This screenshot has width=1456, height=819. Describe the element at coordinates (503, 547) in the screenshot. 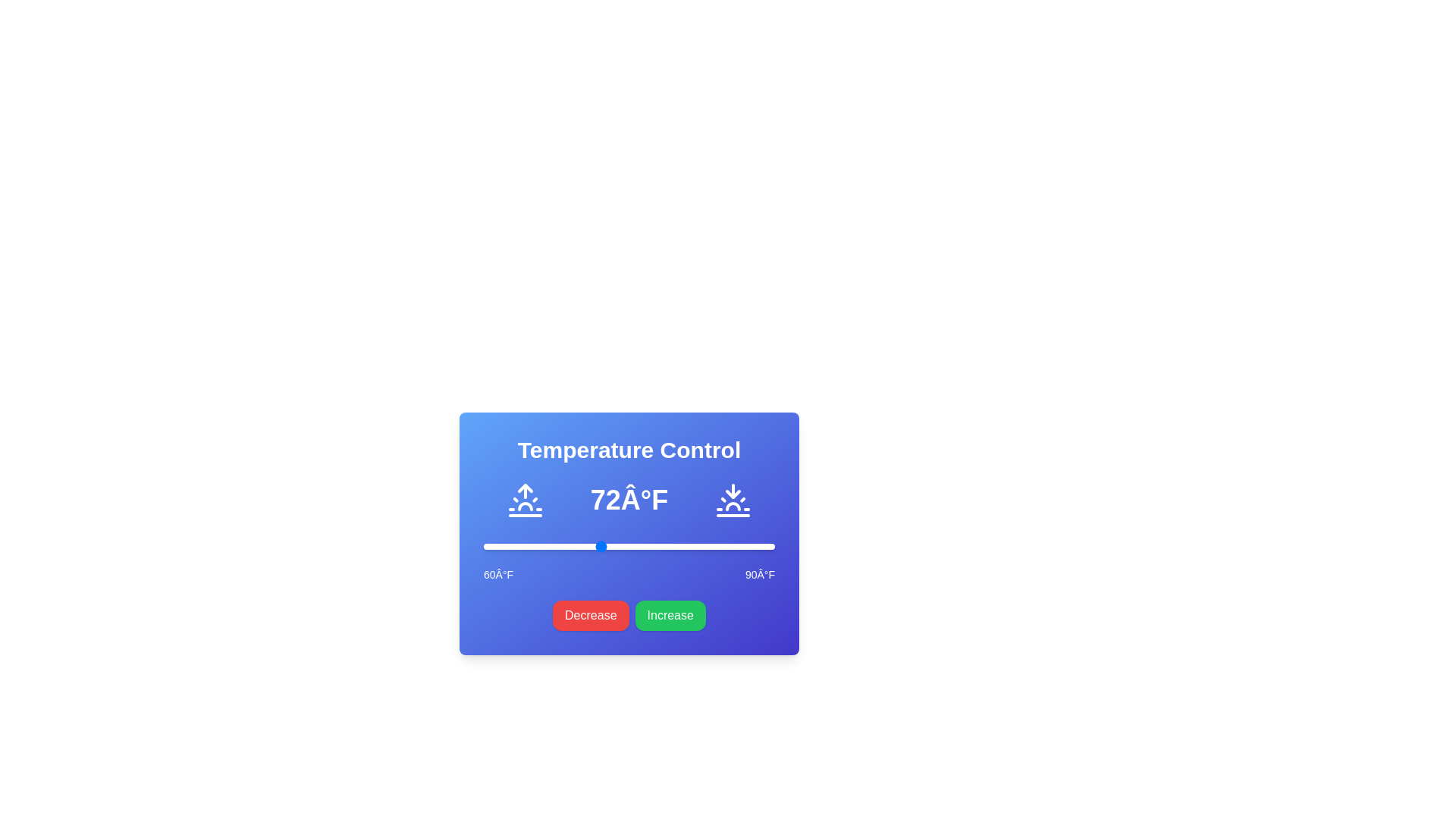

I see `the temperature to 62°F using the slider` at that location.